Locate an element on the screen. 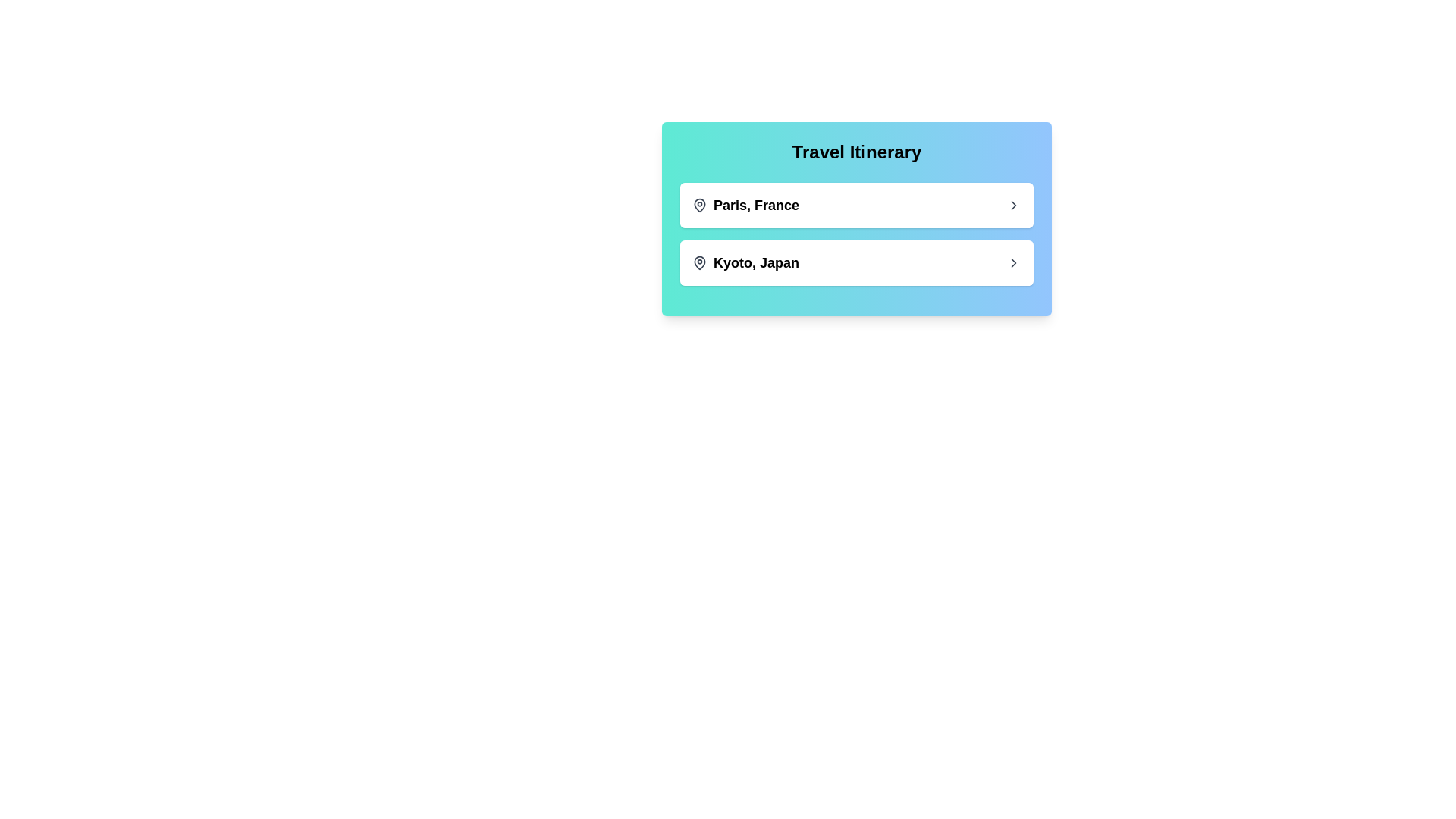 The image size is (1456, 819). the right-facing chevron arrow icon, styled in dark gray, located at the far right side following the text 'Kyoto, Japan', to proceed is located at coordinates (1014, 262).